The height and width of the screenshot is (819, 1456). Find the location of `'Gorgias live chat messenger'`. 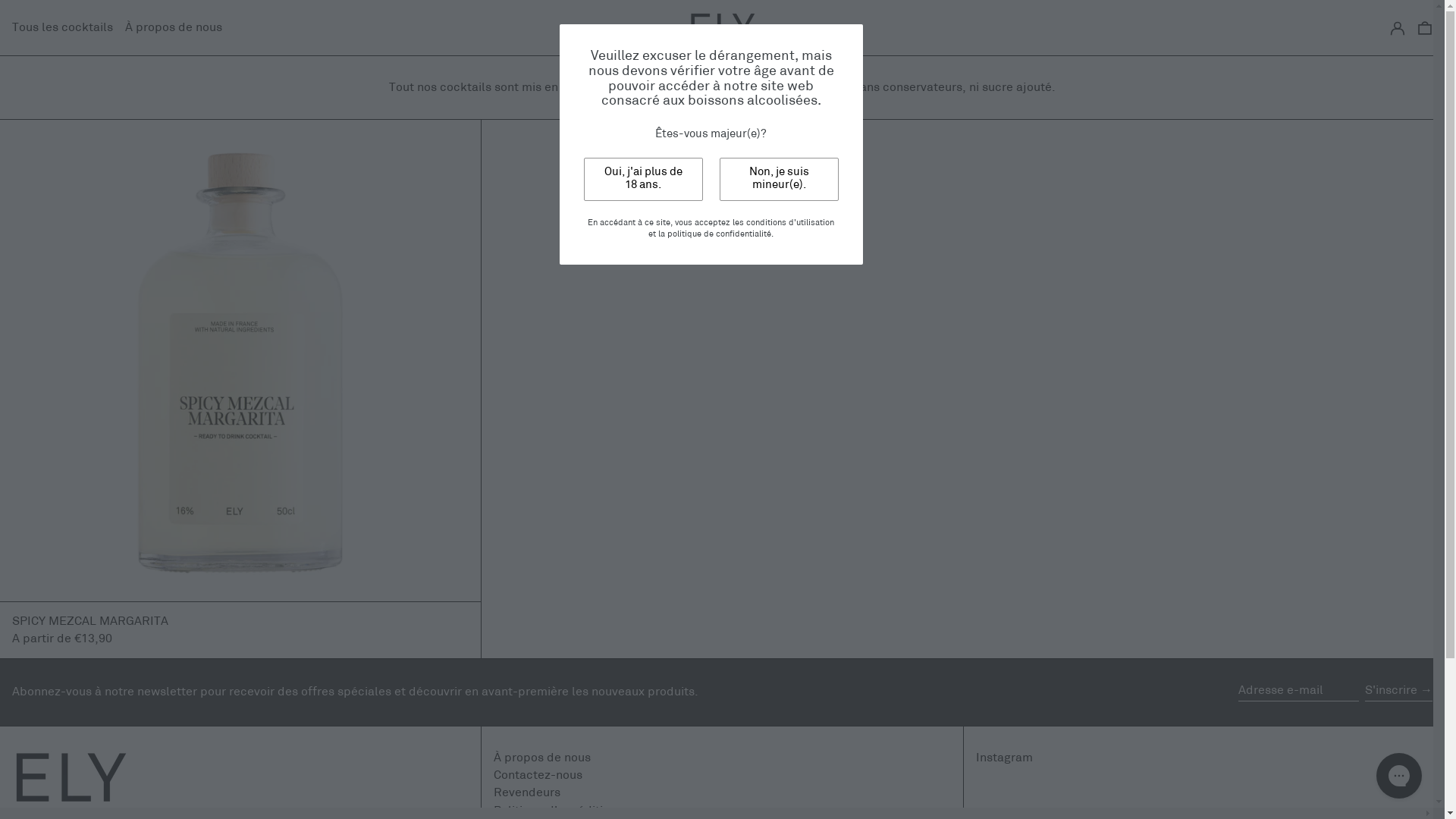

'Gorgias live chat messenger' is located at coordinates (1398, 775).